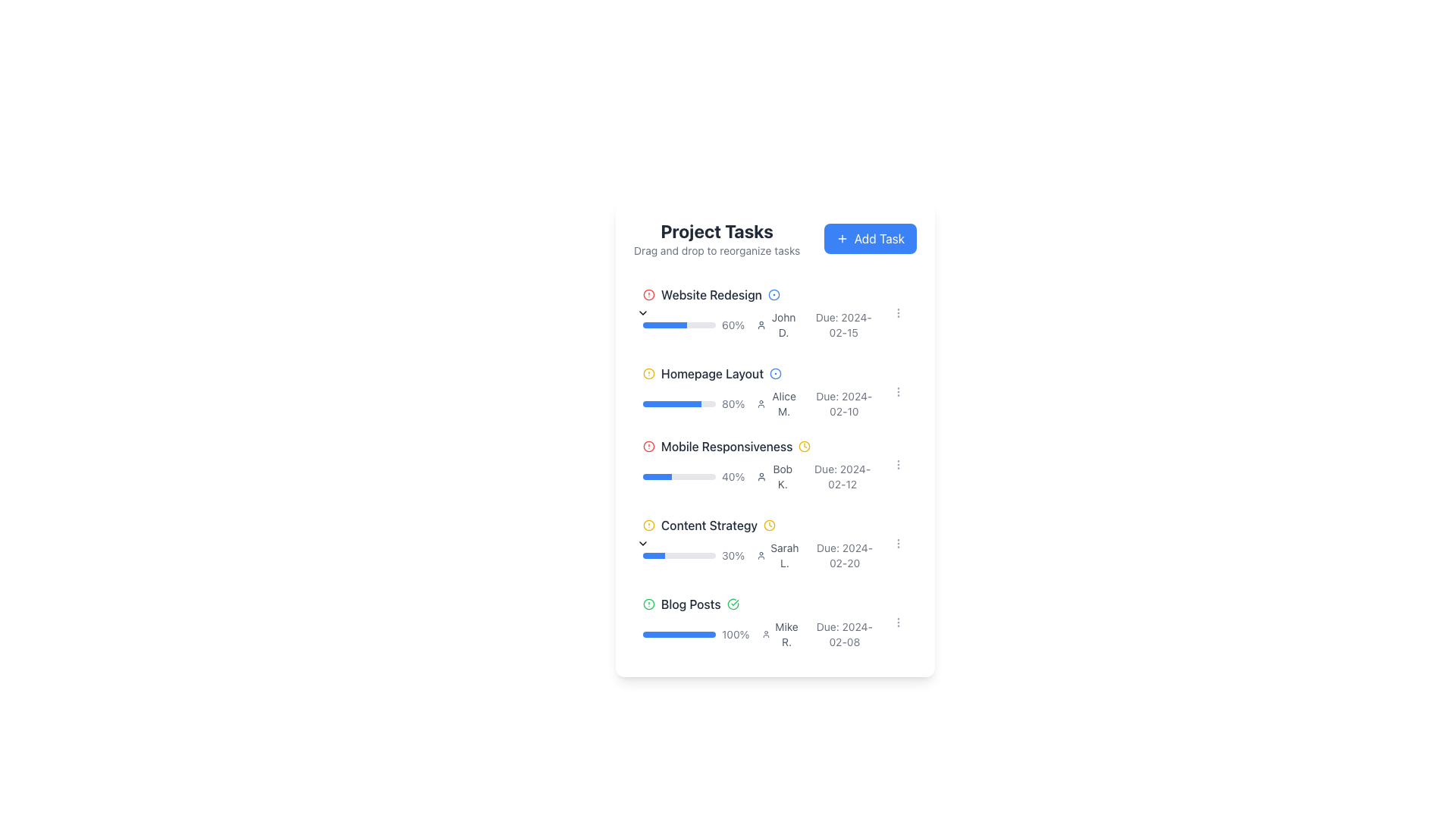 The image size is (1456, 819). Describe the element at coordinates (679, 403) in the screenshot. I see `the Progress Bar representing the 'Homepage Layout' task, which visually indicates progress with a textual percentage value ('80%') to its right` at that location.